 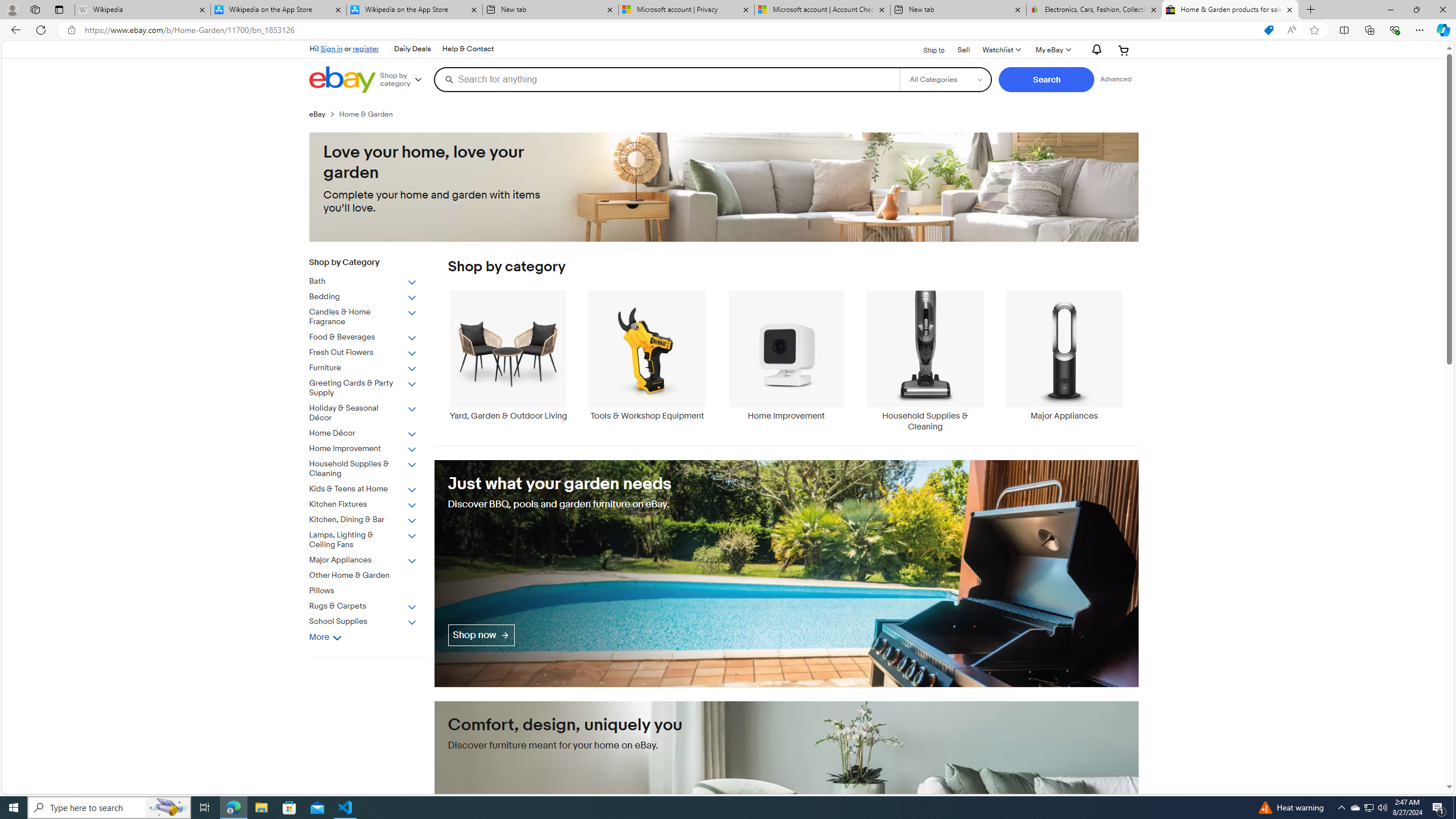 What do you see at coordinates (685, 9) in the screenshot?
I see `'Microsoft account | Privacy'` at bounding box center [685, 9].